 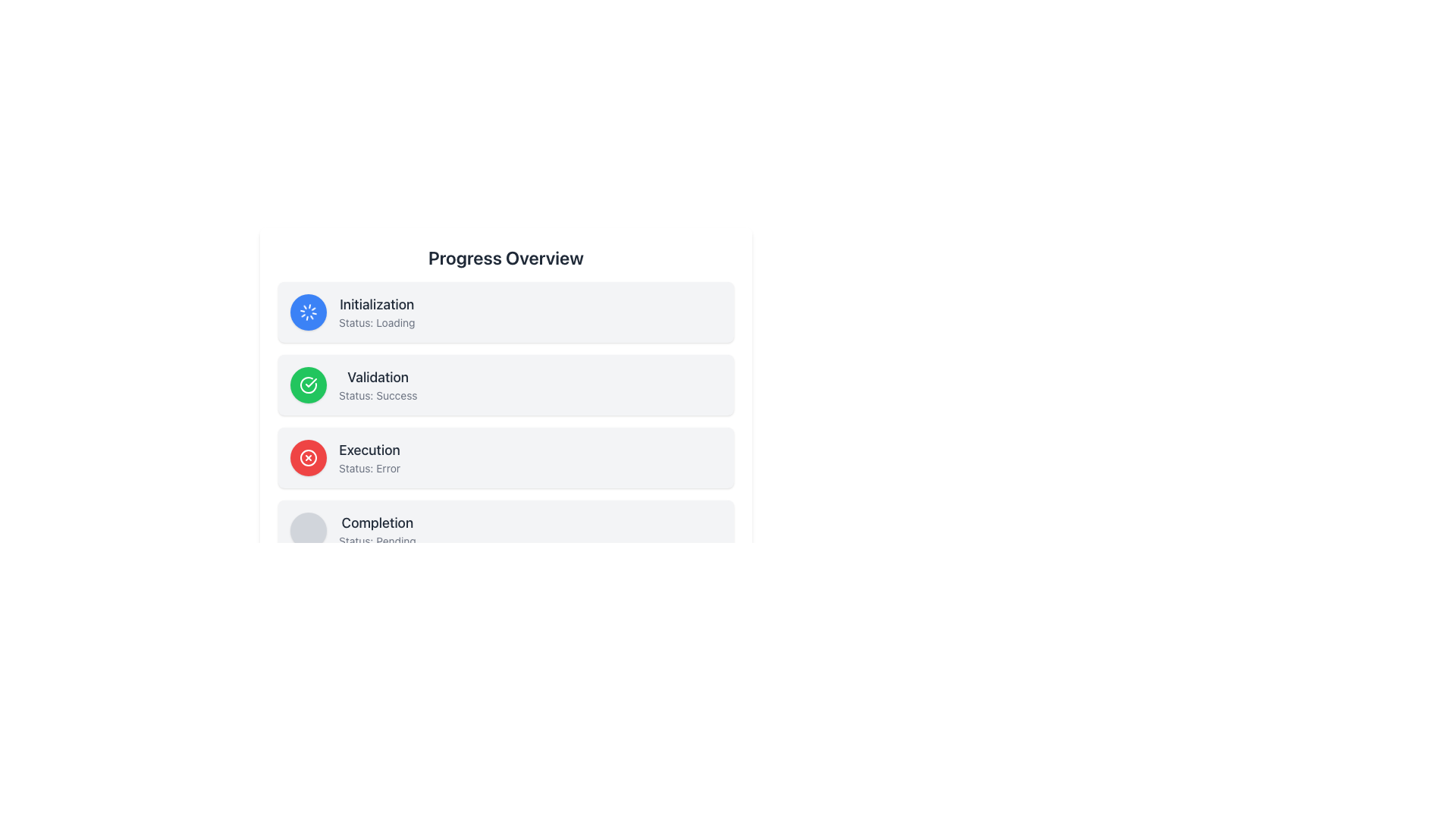 I want to click on the 'Execution' text label with status indicator that reads 'Status: Error', located under the 'Progress Overview' heading, so click(x=369, y=457).